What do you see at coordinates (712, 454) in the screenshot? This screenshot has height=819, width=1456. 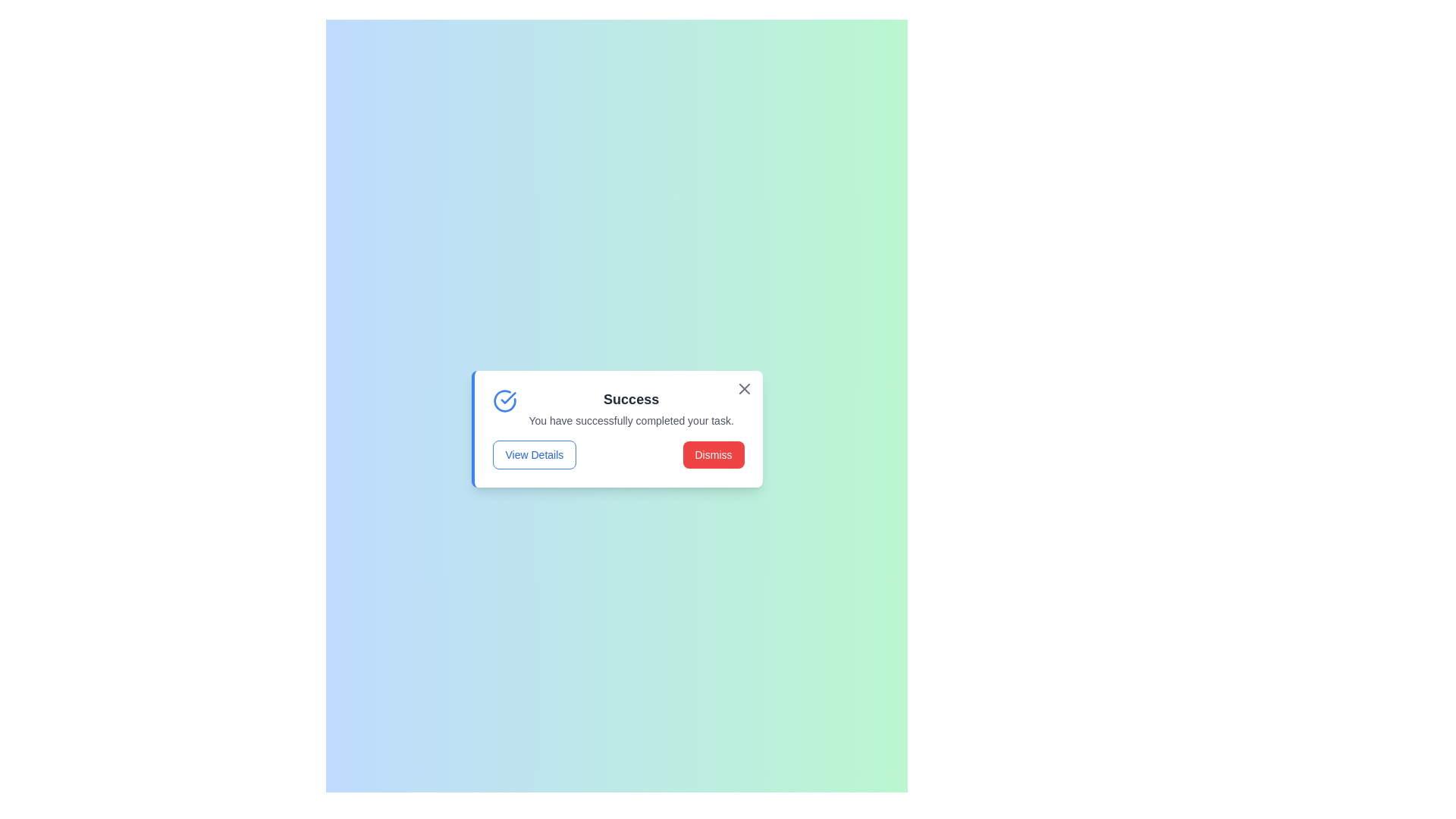 I see `the 'Dismiss' button to close the alert` at bounding box center [712, 454].